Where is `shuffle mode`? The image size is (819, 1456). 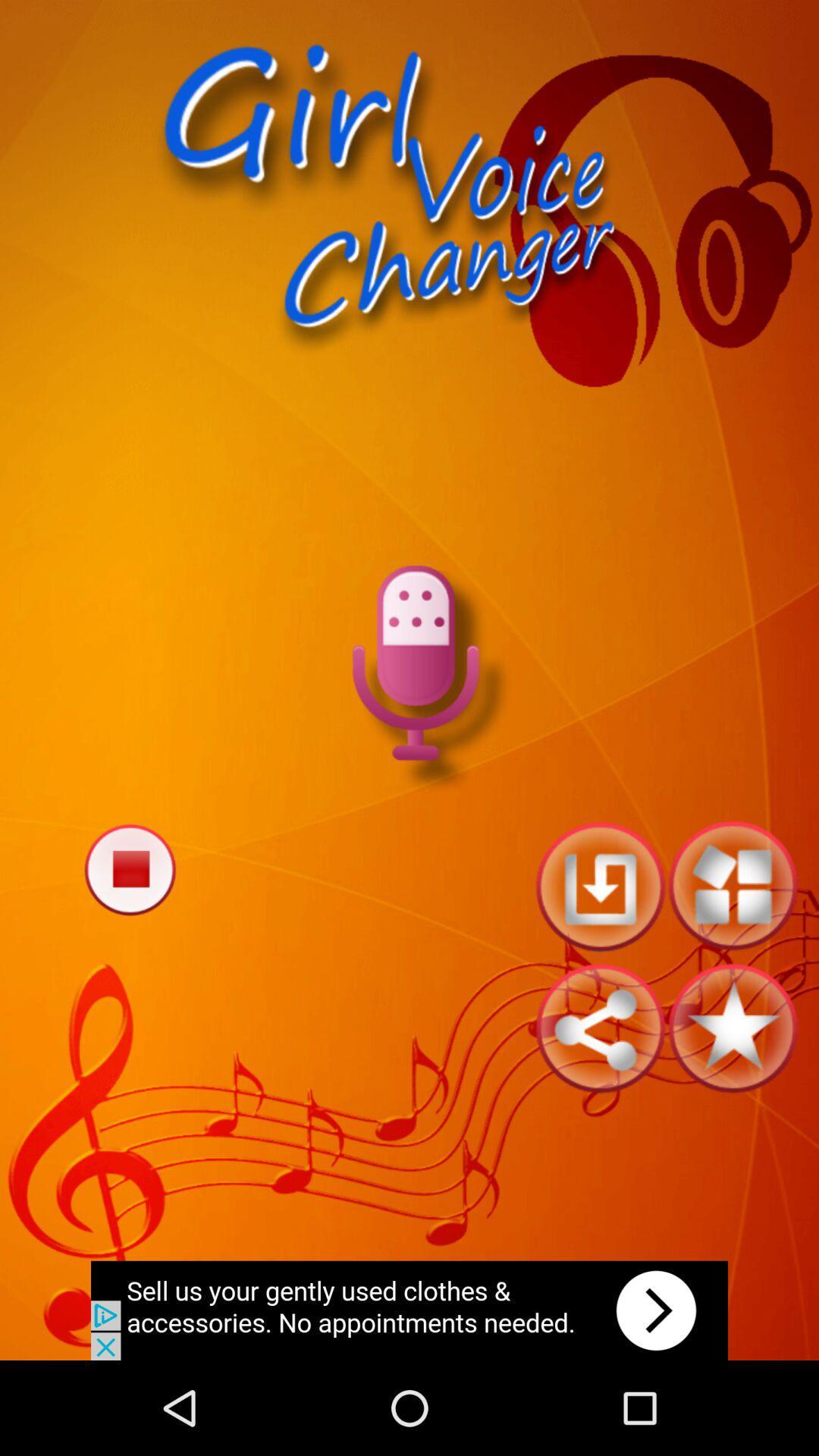
shuffle mode is located at coordinates (732, 886).